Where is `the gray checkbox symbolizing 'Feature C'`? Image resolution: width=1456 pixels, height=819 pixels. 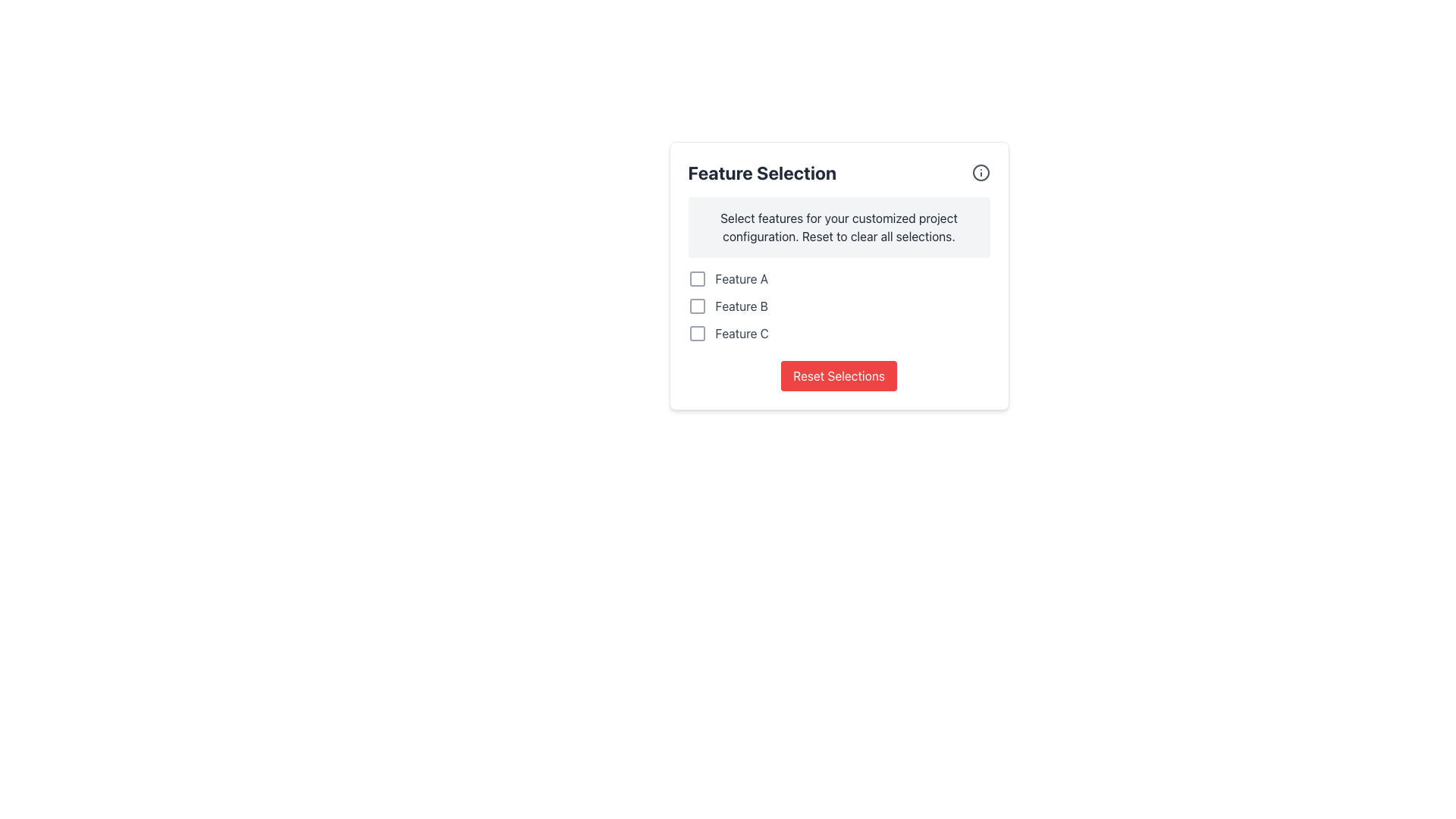 the gray checkbox symbolizing 'Feature C' is located at coordinates (696, 332).